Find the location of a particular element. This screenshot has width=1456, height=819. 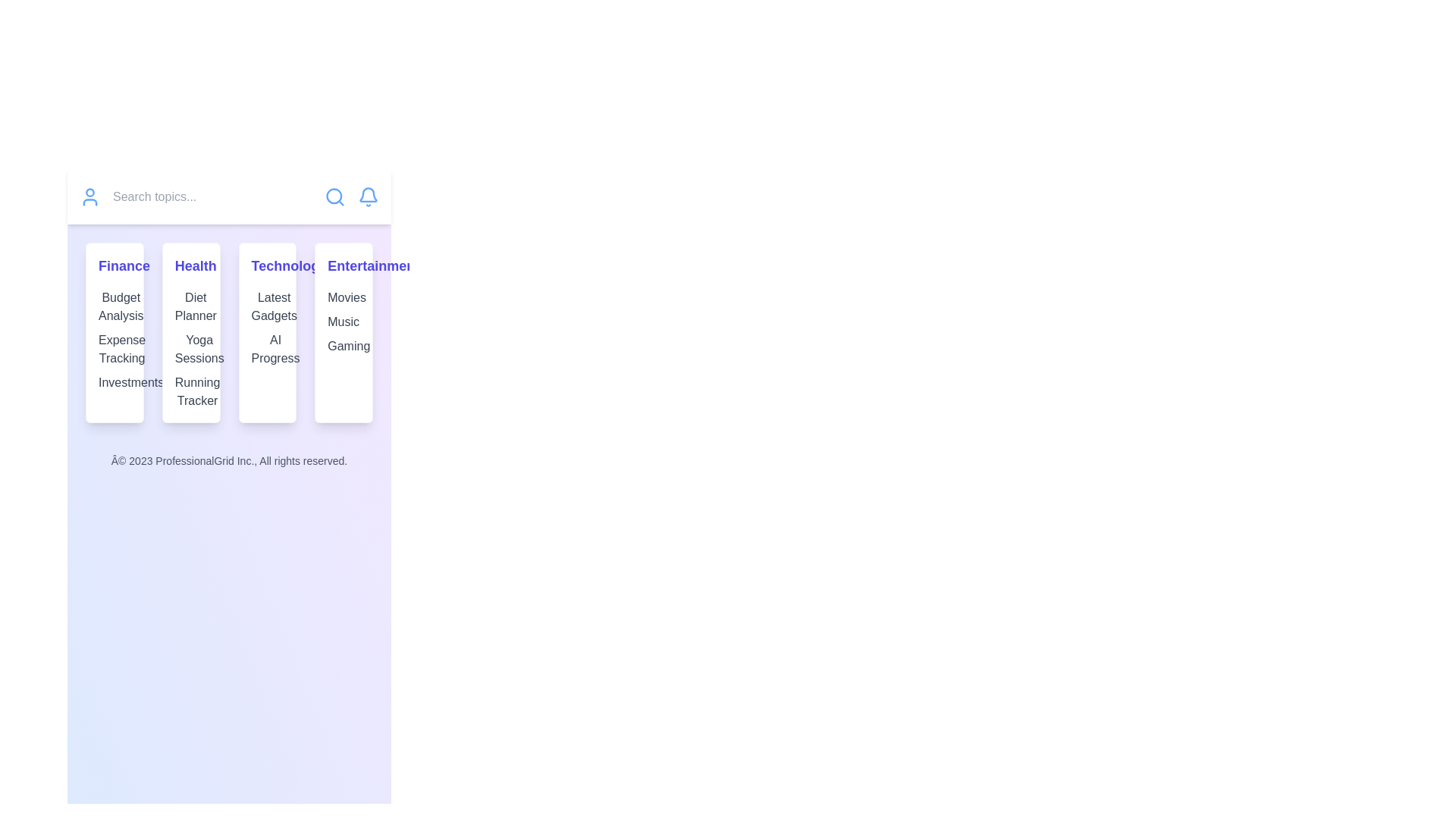

the 'Budget Analysis' text label, which is the first item in the vertical list under the 'Finance' category, styled in gray font is located at coordinates (114, 307).